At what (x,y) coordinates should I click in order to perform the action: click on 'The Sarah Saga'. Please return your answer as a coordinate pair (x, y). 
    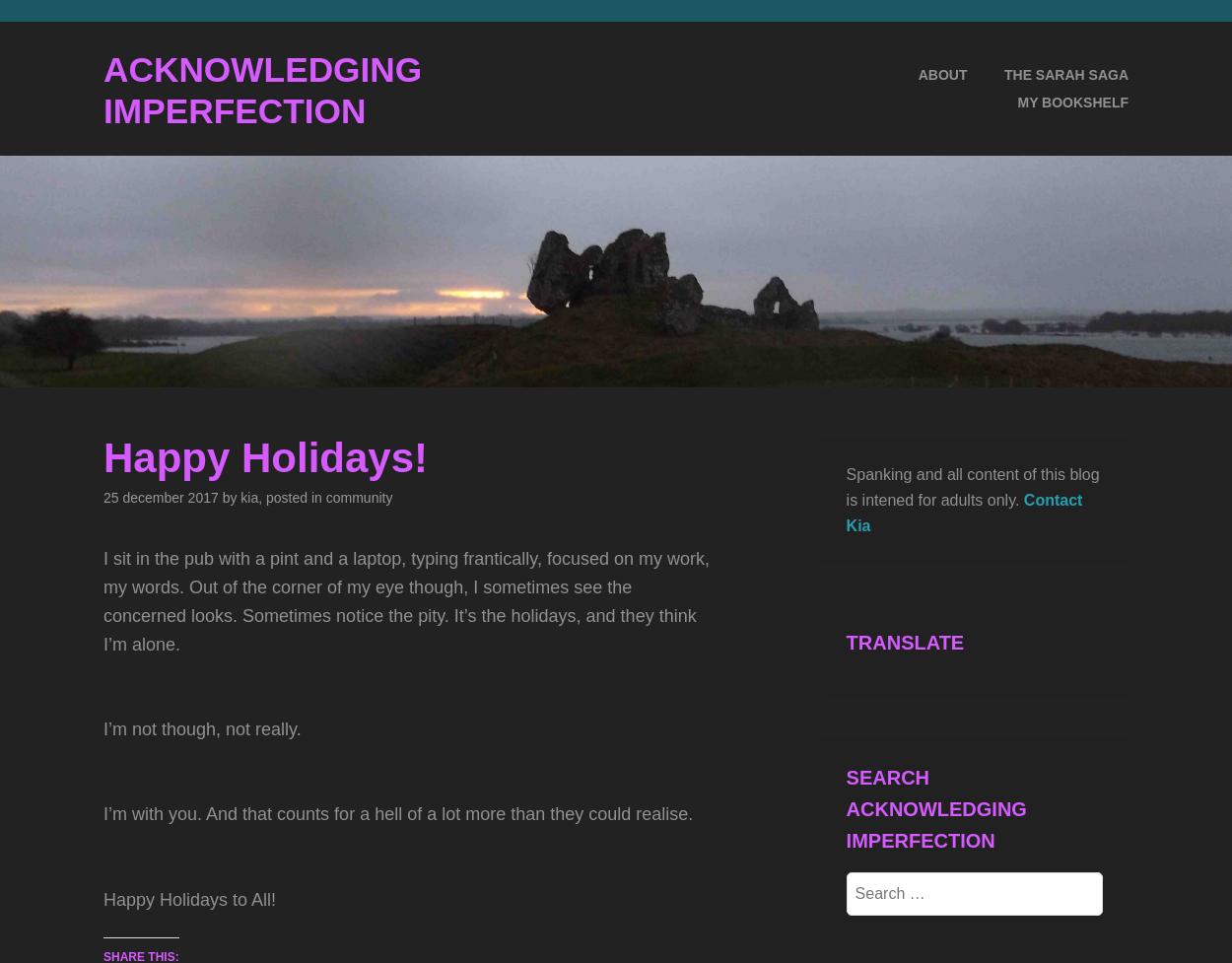
    Looking at the image, I should click on (1064, 74).